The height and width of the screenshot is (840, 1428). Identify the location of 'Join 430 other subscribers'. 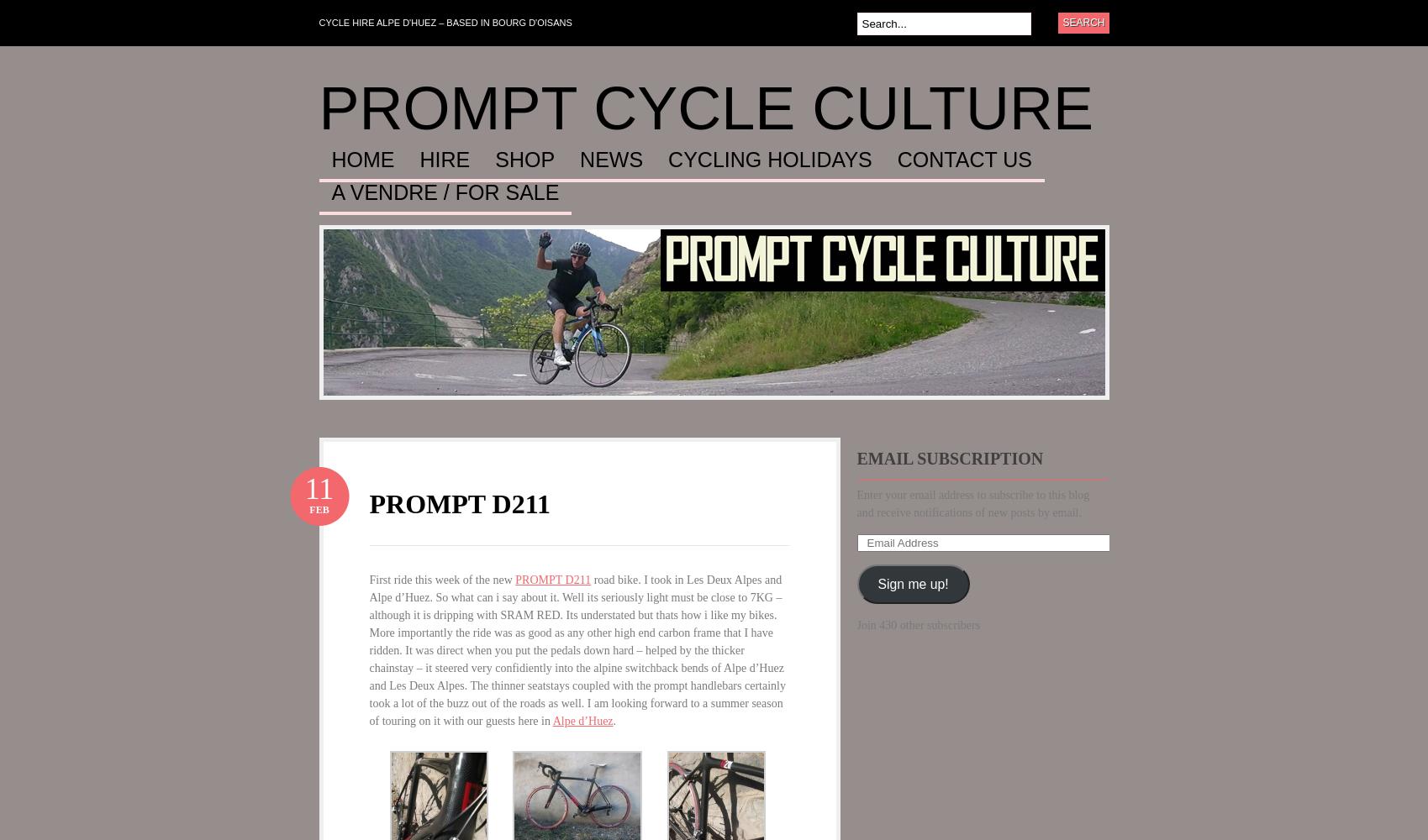
(856, 624).